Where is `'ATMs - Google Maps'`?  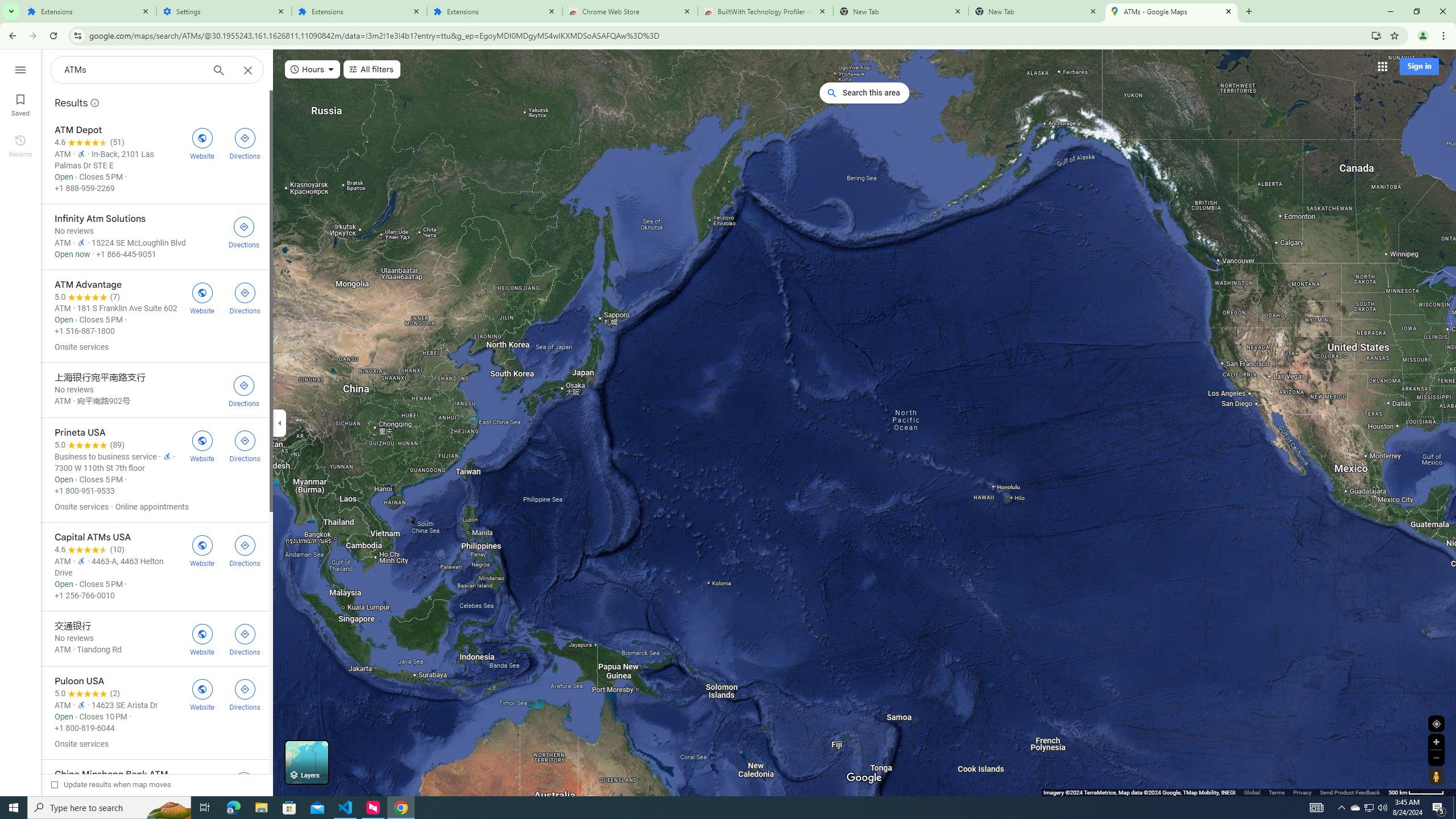 'ATMs - Google Maps' is located at coordinates (1171, 11).